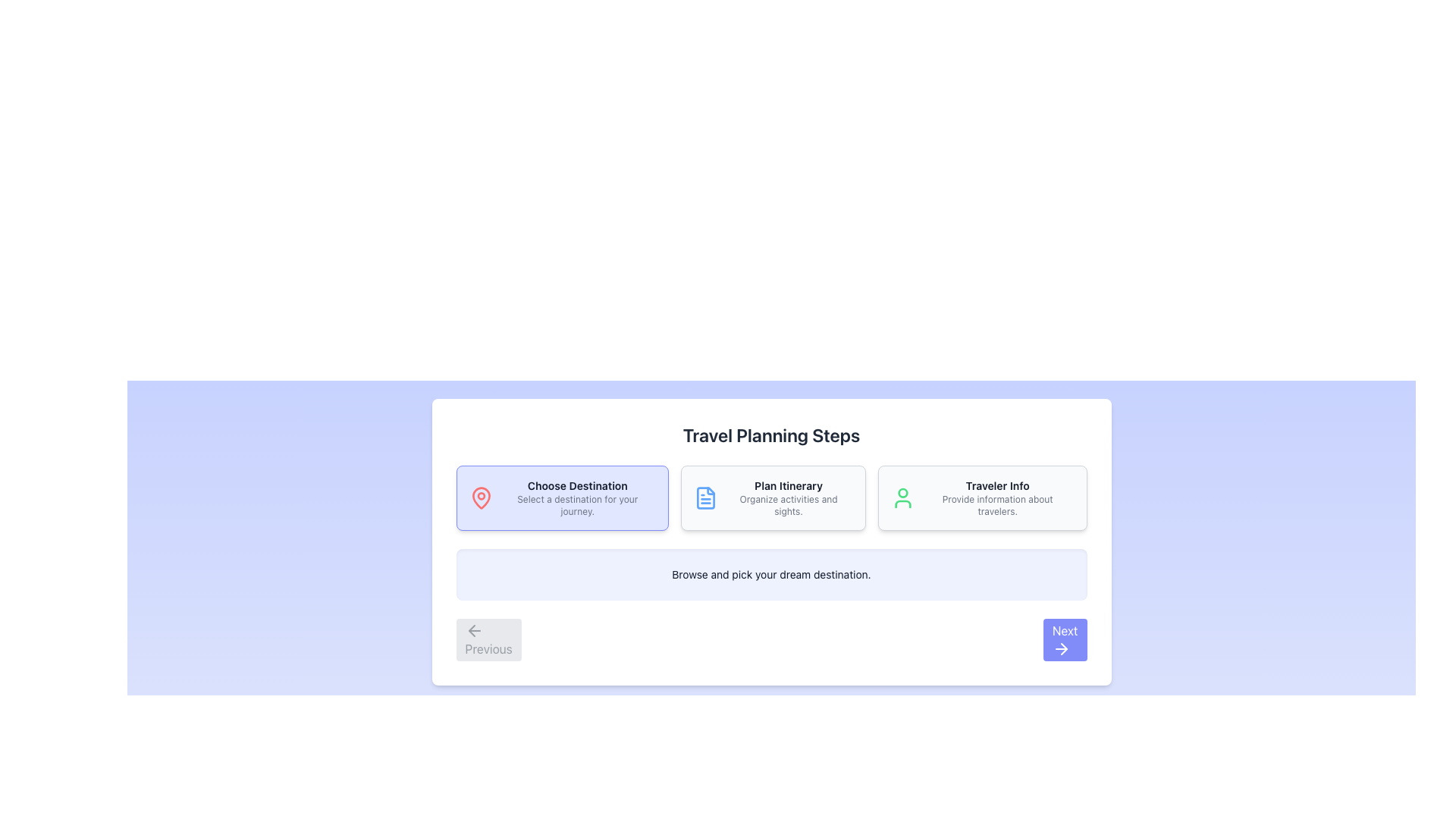 The image size is (1456, 819). Describe the element at coordinates (705, 497) in the screenshot. I see `the 'Plan Itinerary' icon, which is the leftmost icon in the set of three interactive cards under the 'Travel Planning Steps' label` at that location.